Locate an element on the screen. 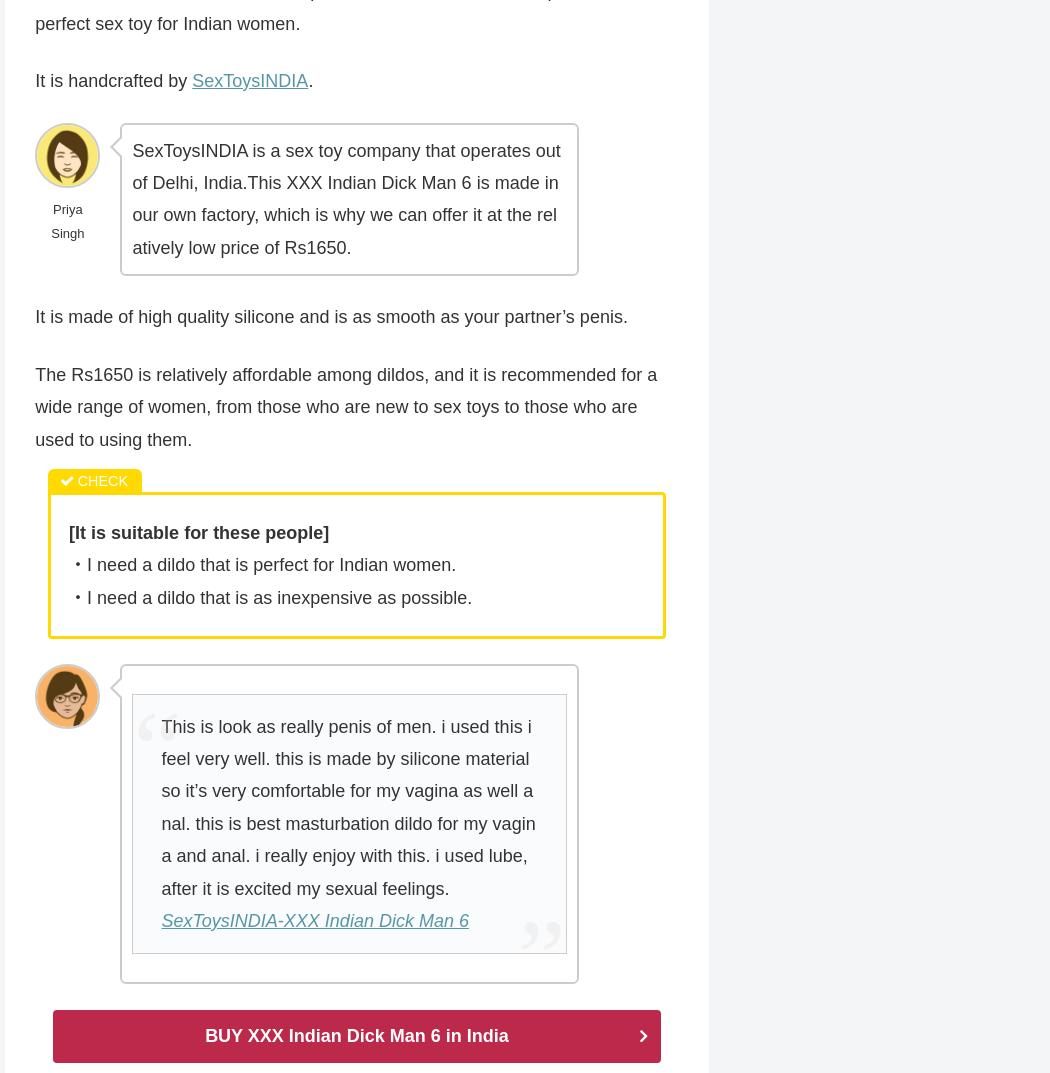  '・I need a dildo that is as inexpensive as possible.' is located at coordinates (269, 597).